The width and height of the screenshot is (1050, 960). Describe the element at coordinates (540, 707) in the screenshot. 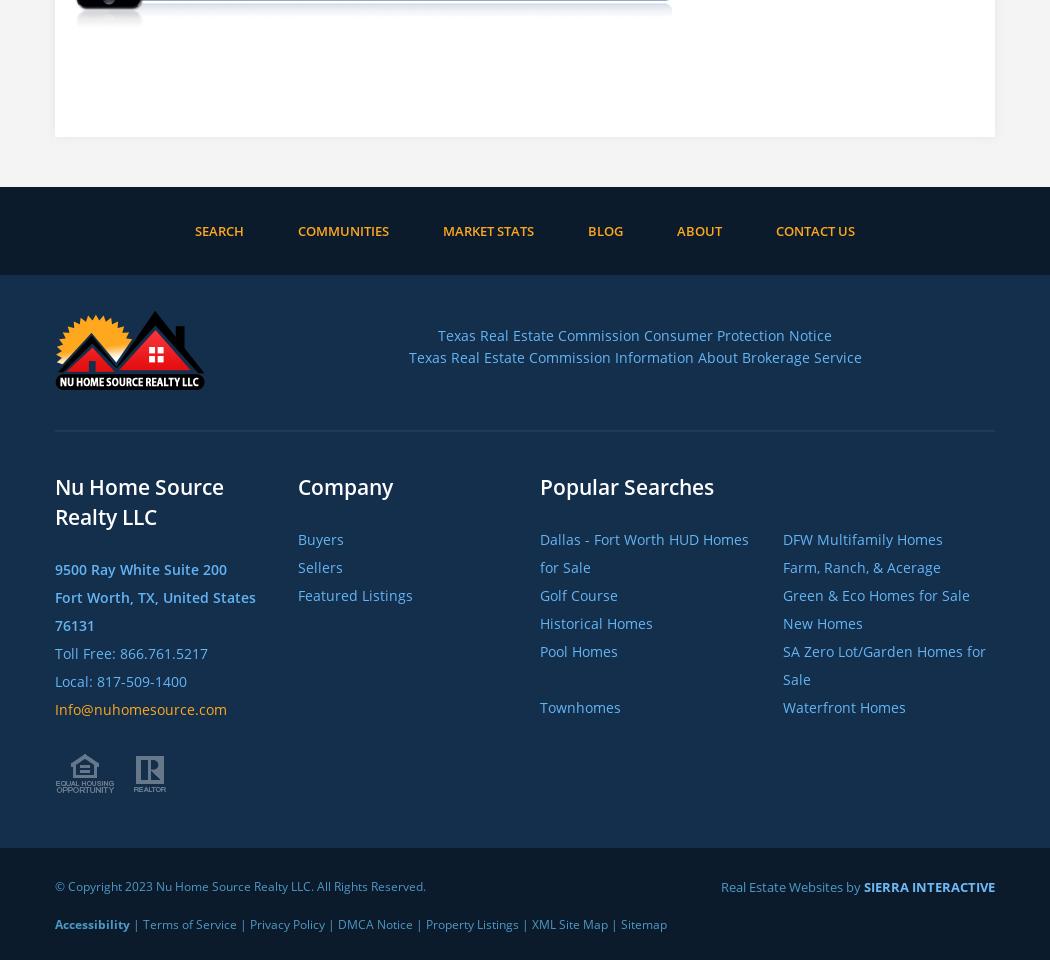

I see `'Townhomes'` at that location.